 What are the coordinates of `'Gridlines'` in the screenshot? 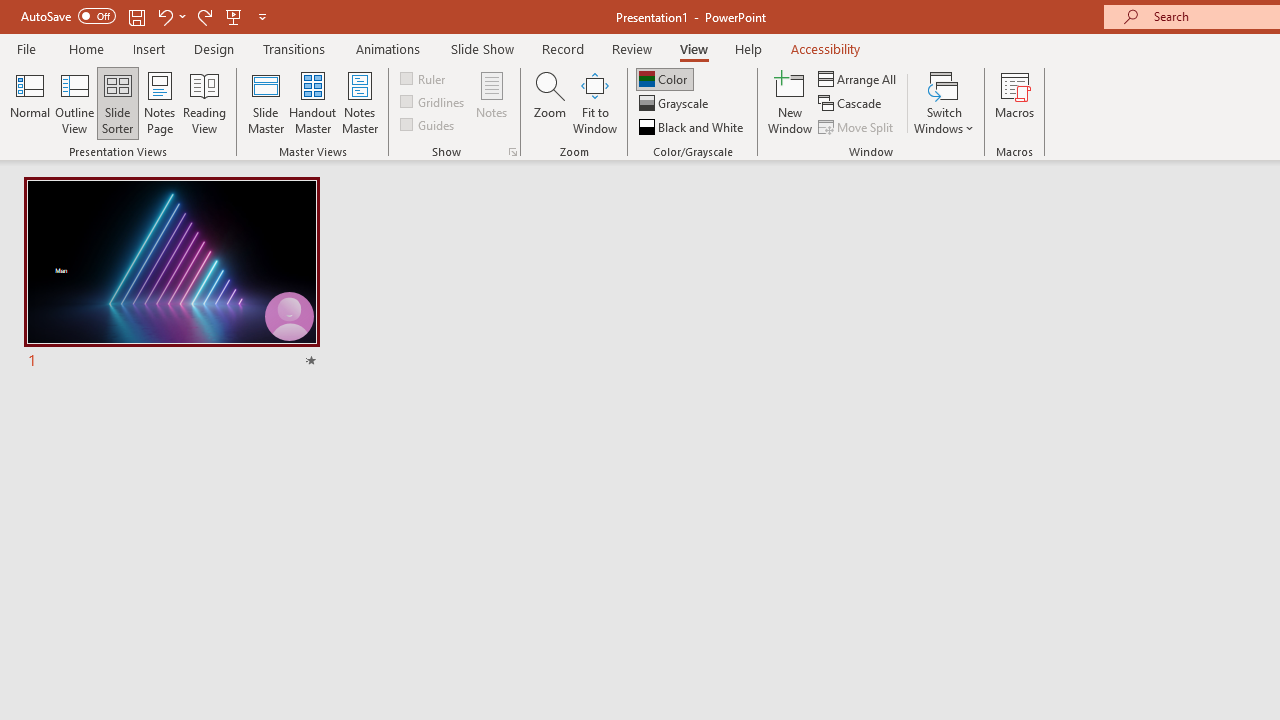 It's located at (432, 101).